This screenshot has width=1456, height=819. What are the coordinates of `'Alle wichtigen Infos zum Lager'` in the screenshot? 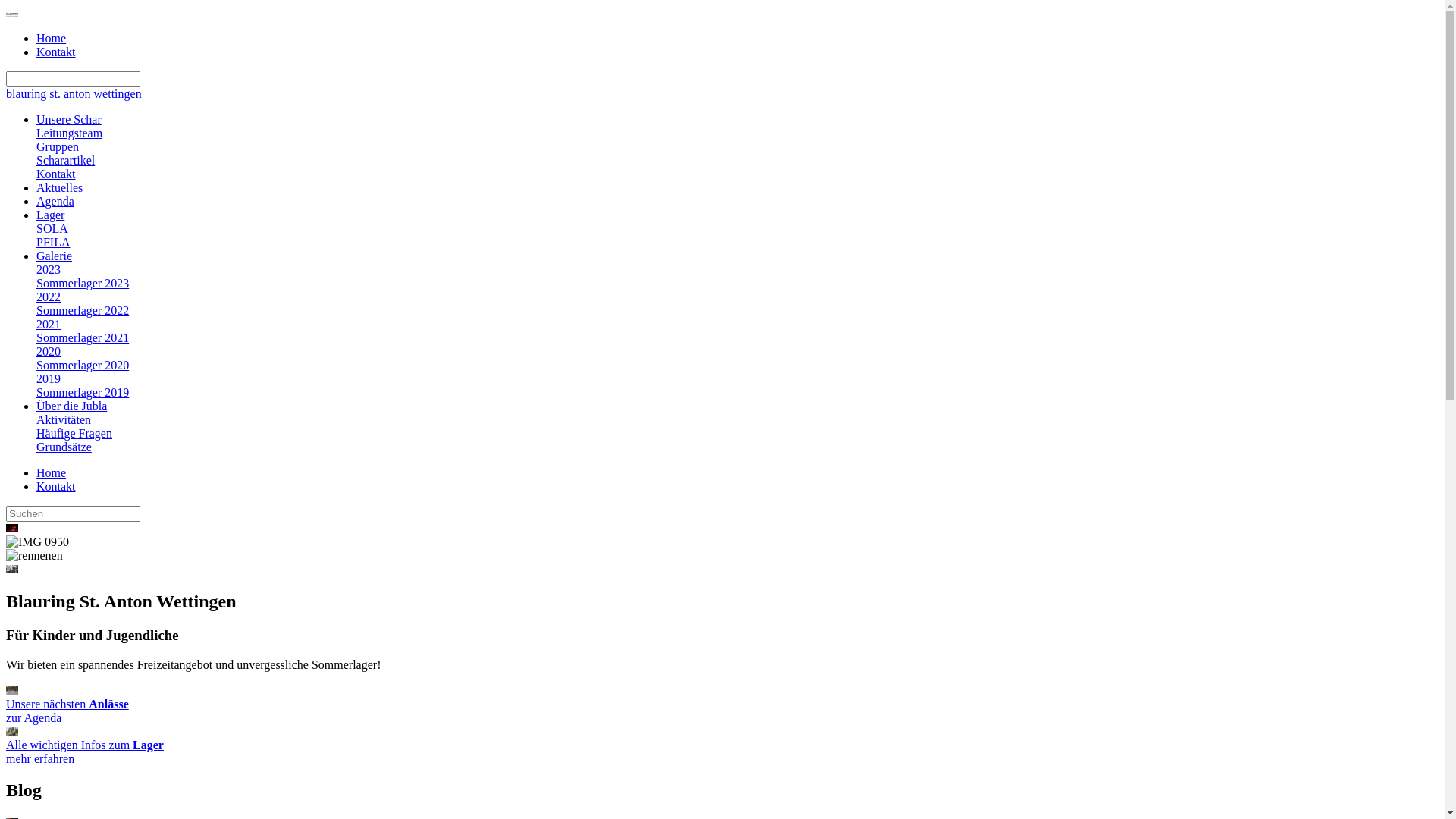 It's located at (83, 744).